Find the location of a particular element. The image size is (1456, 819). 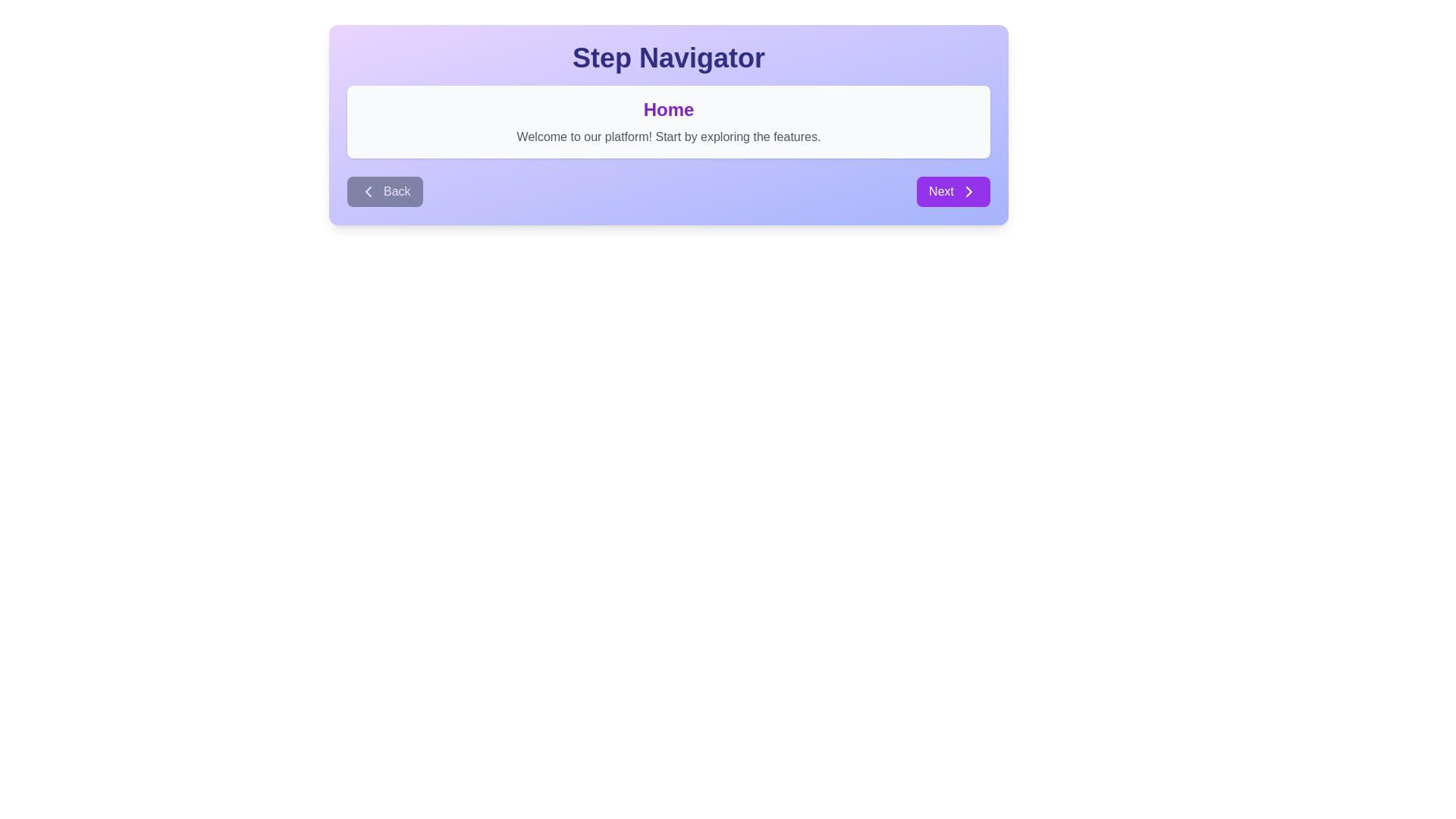

the 'Back' button which contains the leftward-pointing chevron icon is located at coordinates (368, 191).